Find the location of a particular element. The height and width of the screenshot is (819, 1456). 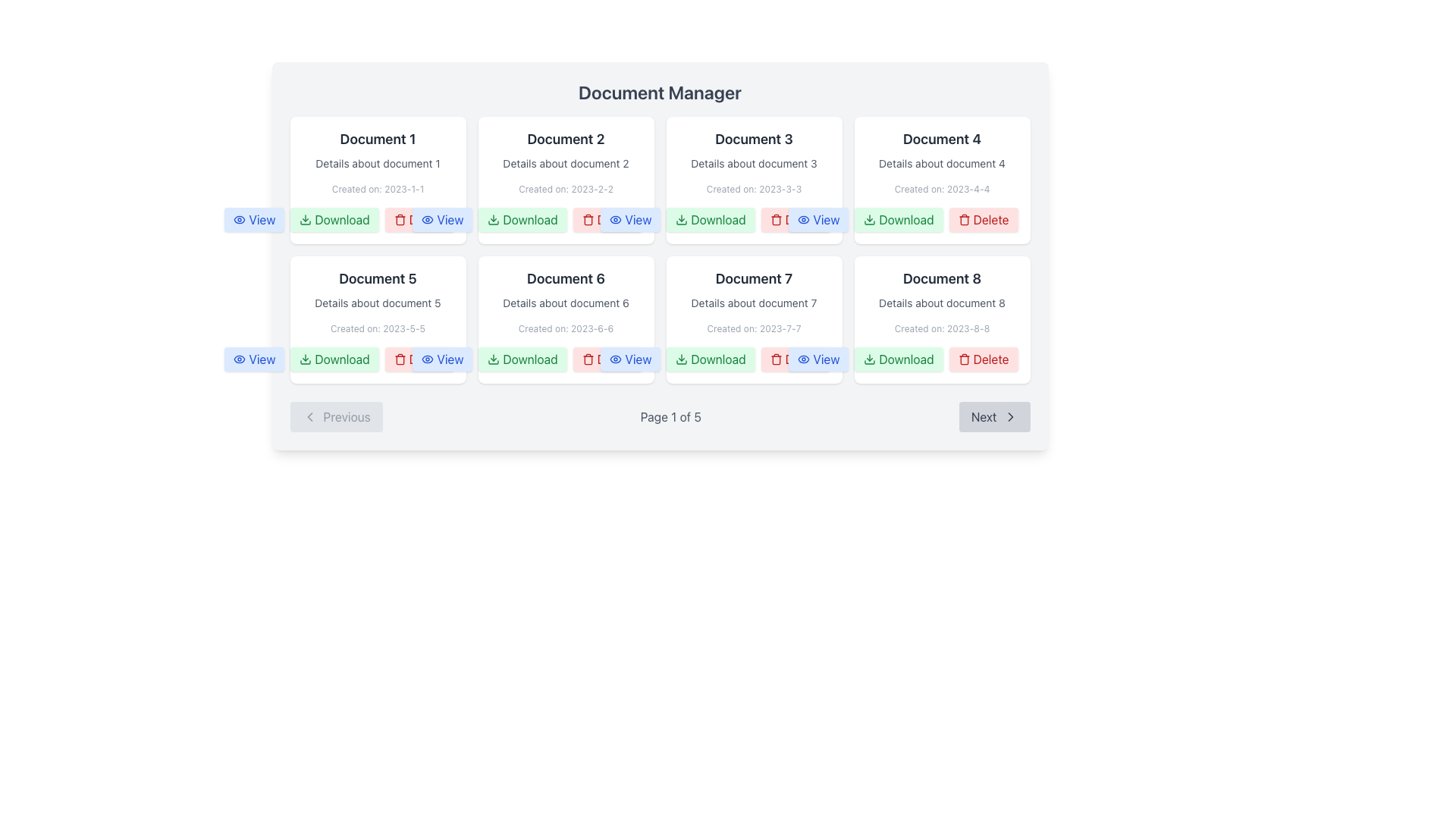

the left-facing chevron SVG icon that is part of the 'Previous' button located at the bottom-left corner of the interface is located at coordinates (309, 417).